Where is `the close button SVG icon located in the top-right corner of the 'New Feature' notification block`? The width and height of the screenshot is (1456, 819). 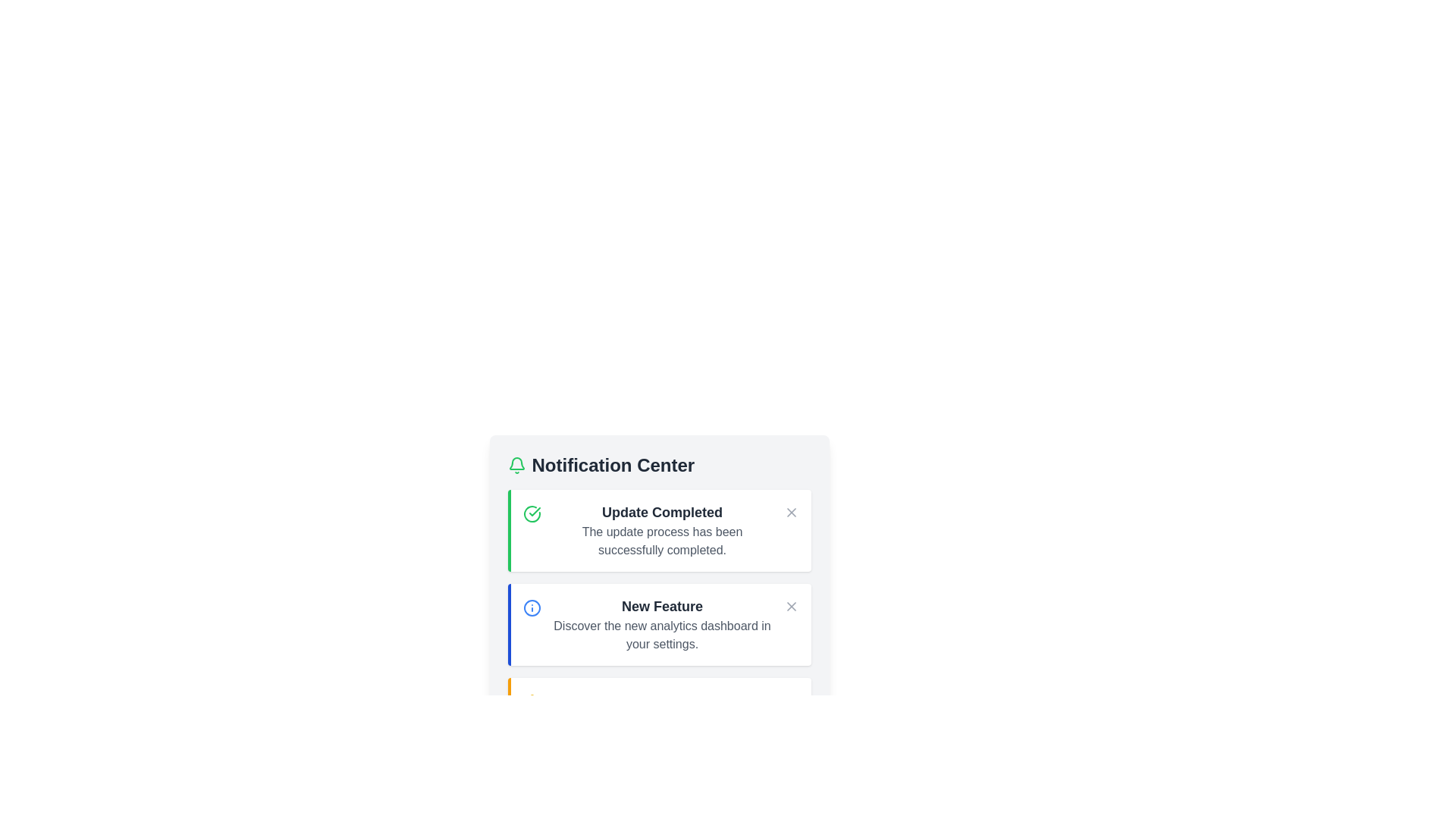
the close button SVG icon located in the top-right corner of the 'New Feature' notification block is located at coordinates (790, 605).